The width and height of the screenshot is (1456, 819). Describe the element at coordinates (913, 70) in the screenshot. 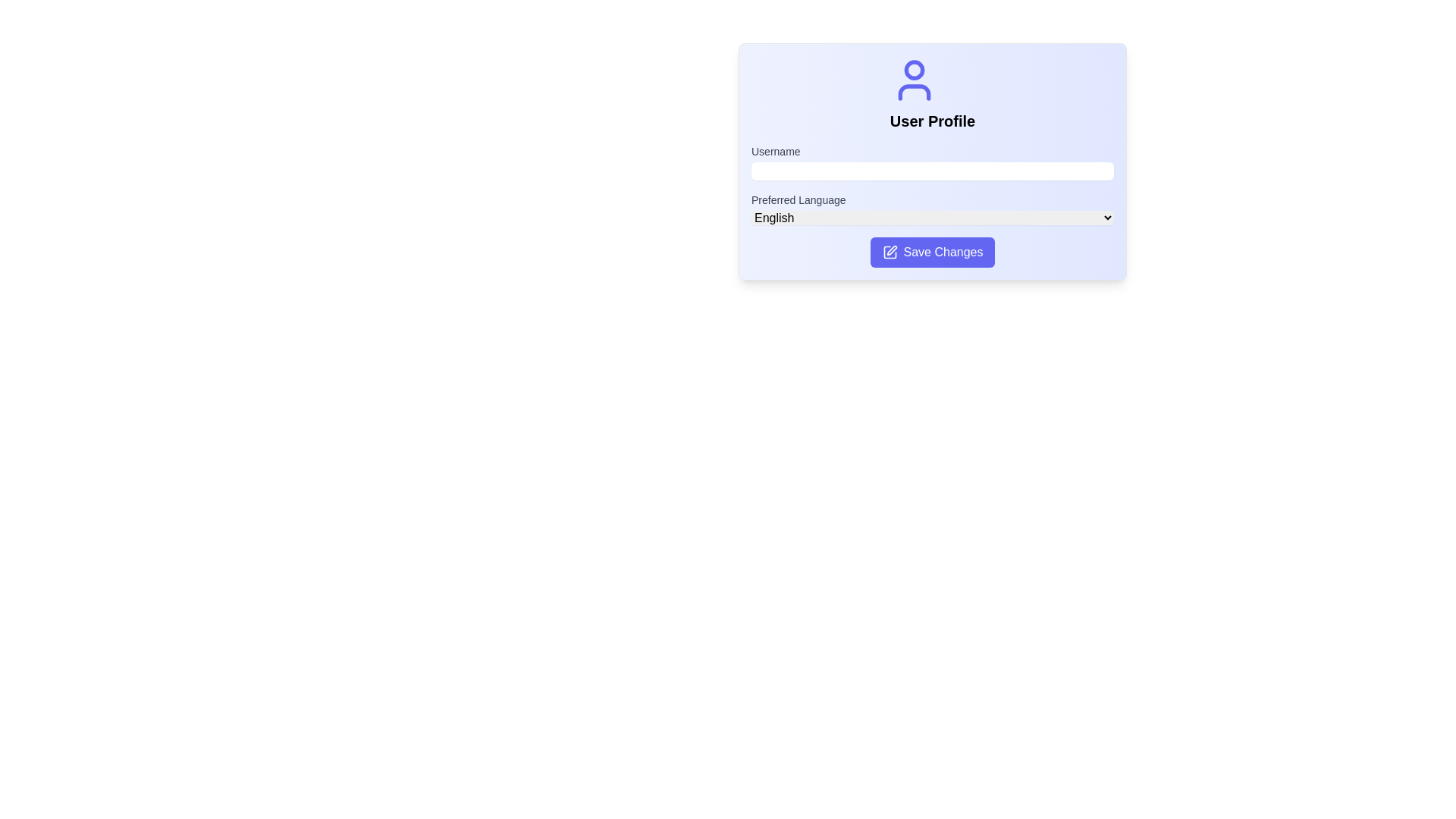

I see `the circular graphic element that represents the user profile icon at the top of the card display labeled 'User Profile'` at that location.